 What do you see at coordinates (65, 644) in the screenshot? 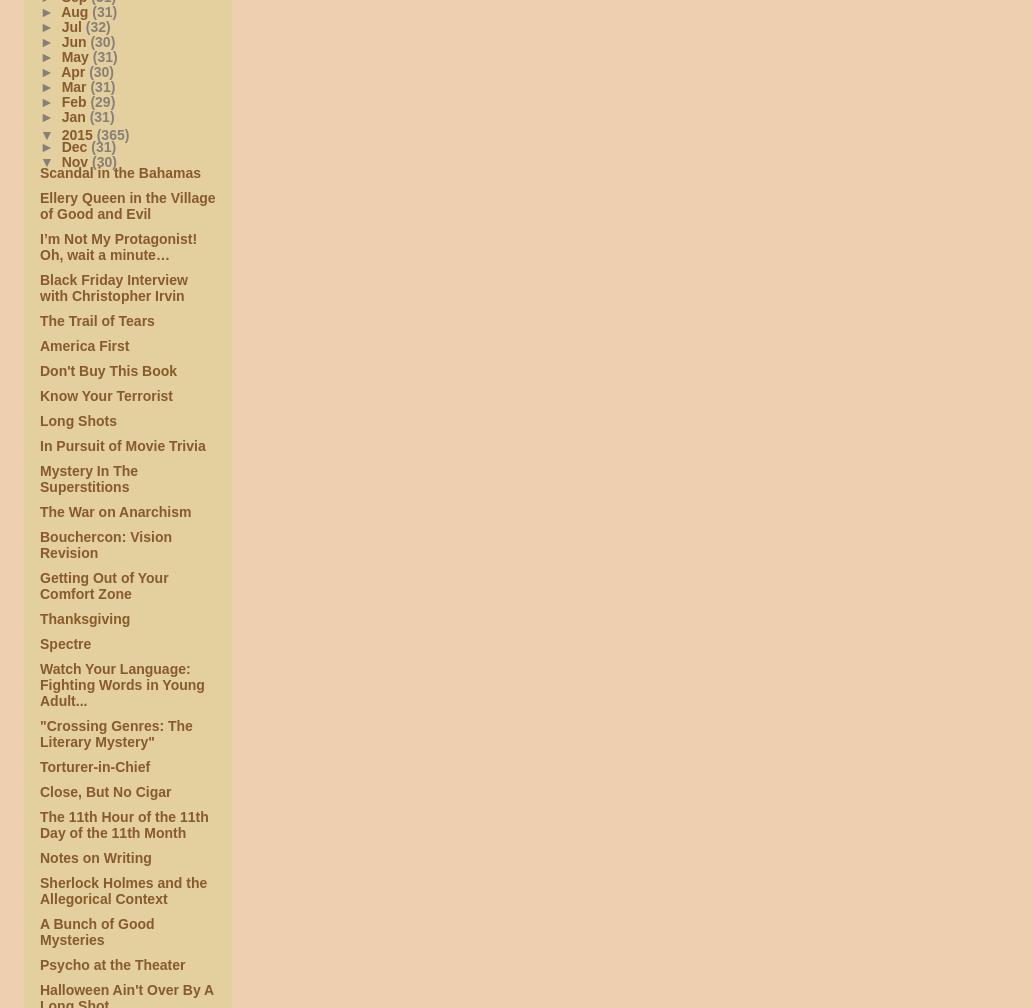
I see `'Spectre'` at bounding box center [65, 644].